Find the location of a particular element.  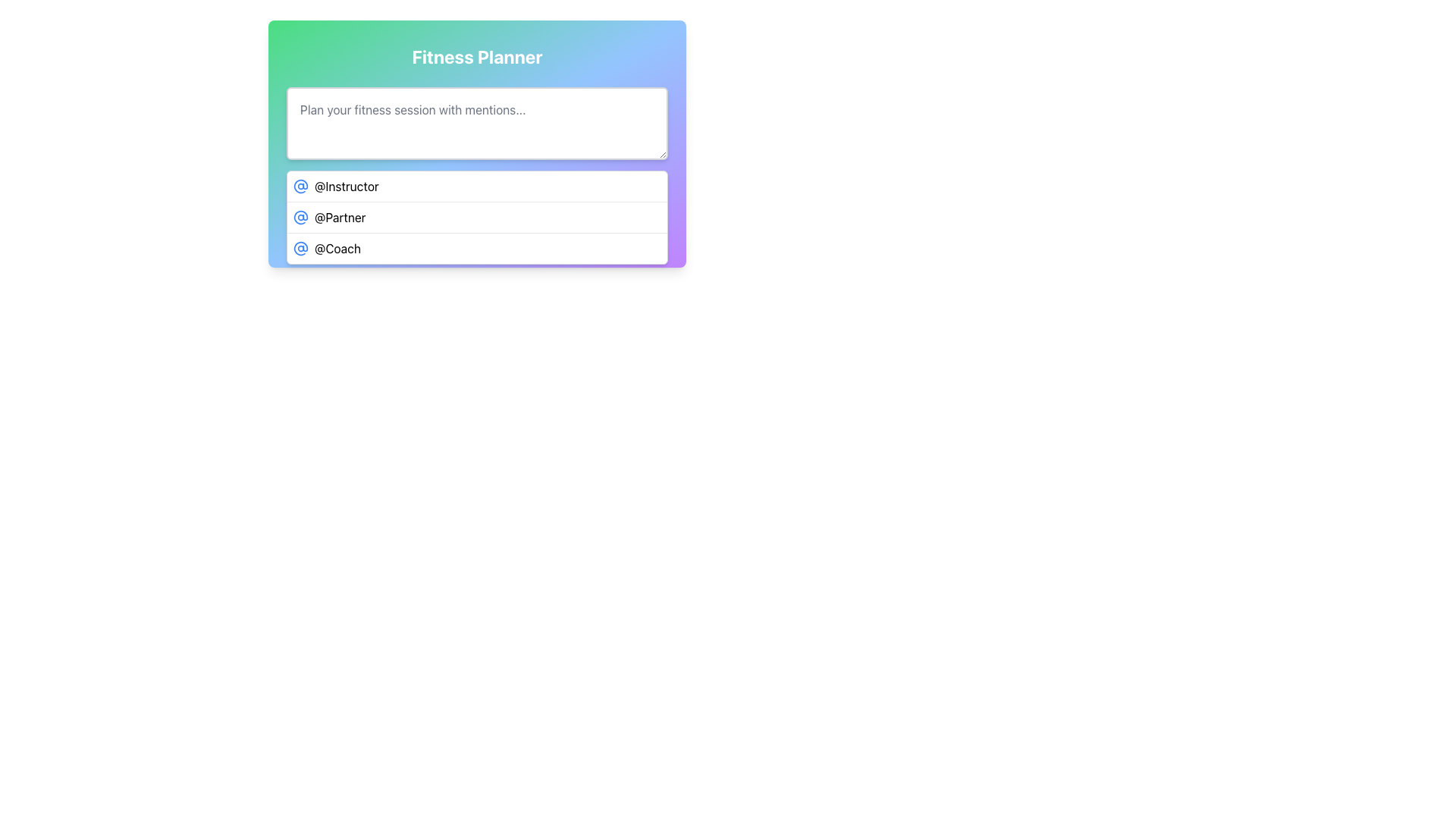

the '@Instructor' icon, which is the first icon in a horizontal list next to the '@Instructor' text is located at coordinates (301, 186).